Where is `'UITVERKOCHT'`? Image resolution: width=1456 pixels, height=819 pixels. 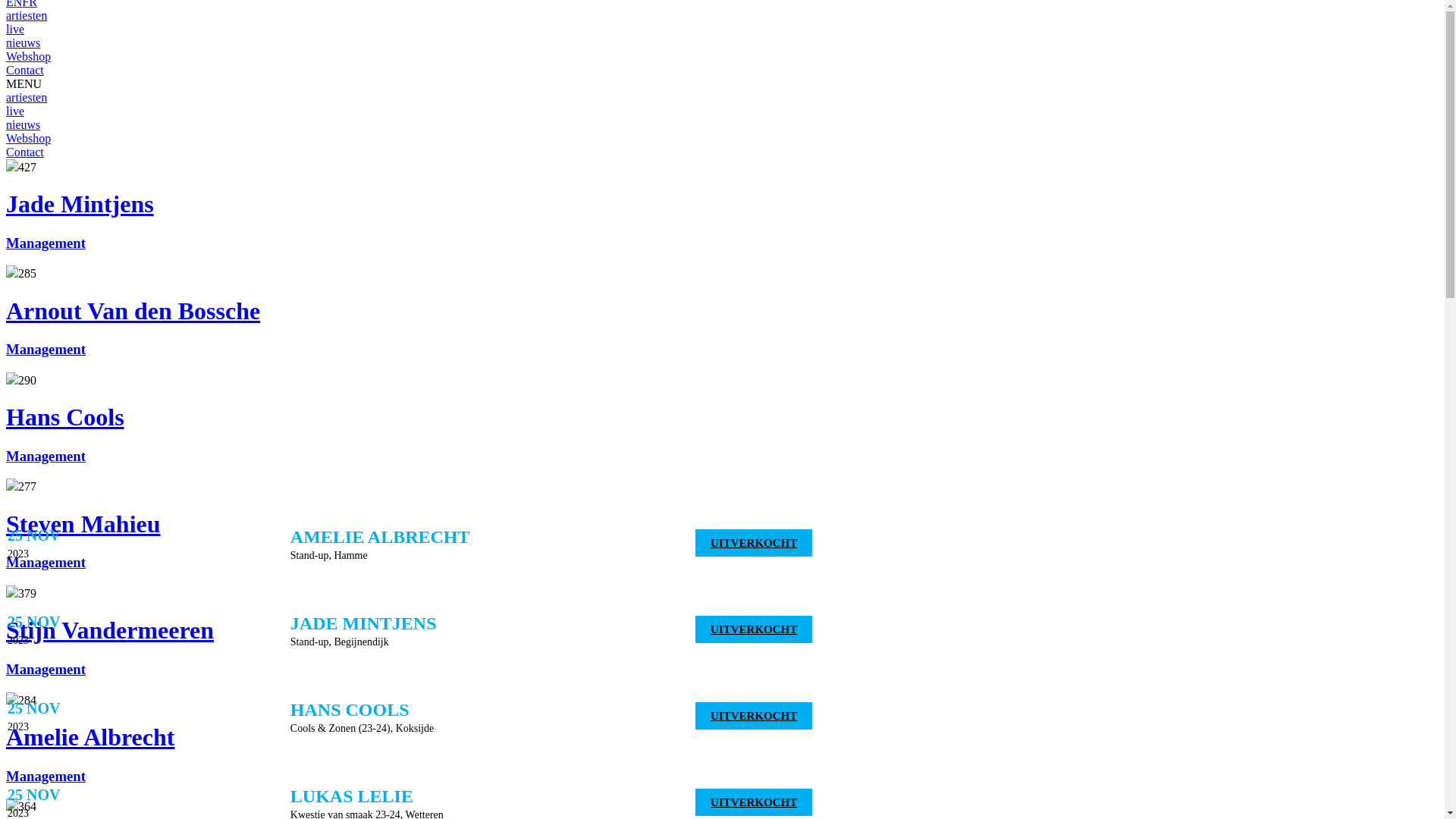
'UITVERKOCHT' is located at coordinates (753, 716).